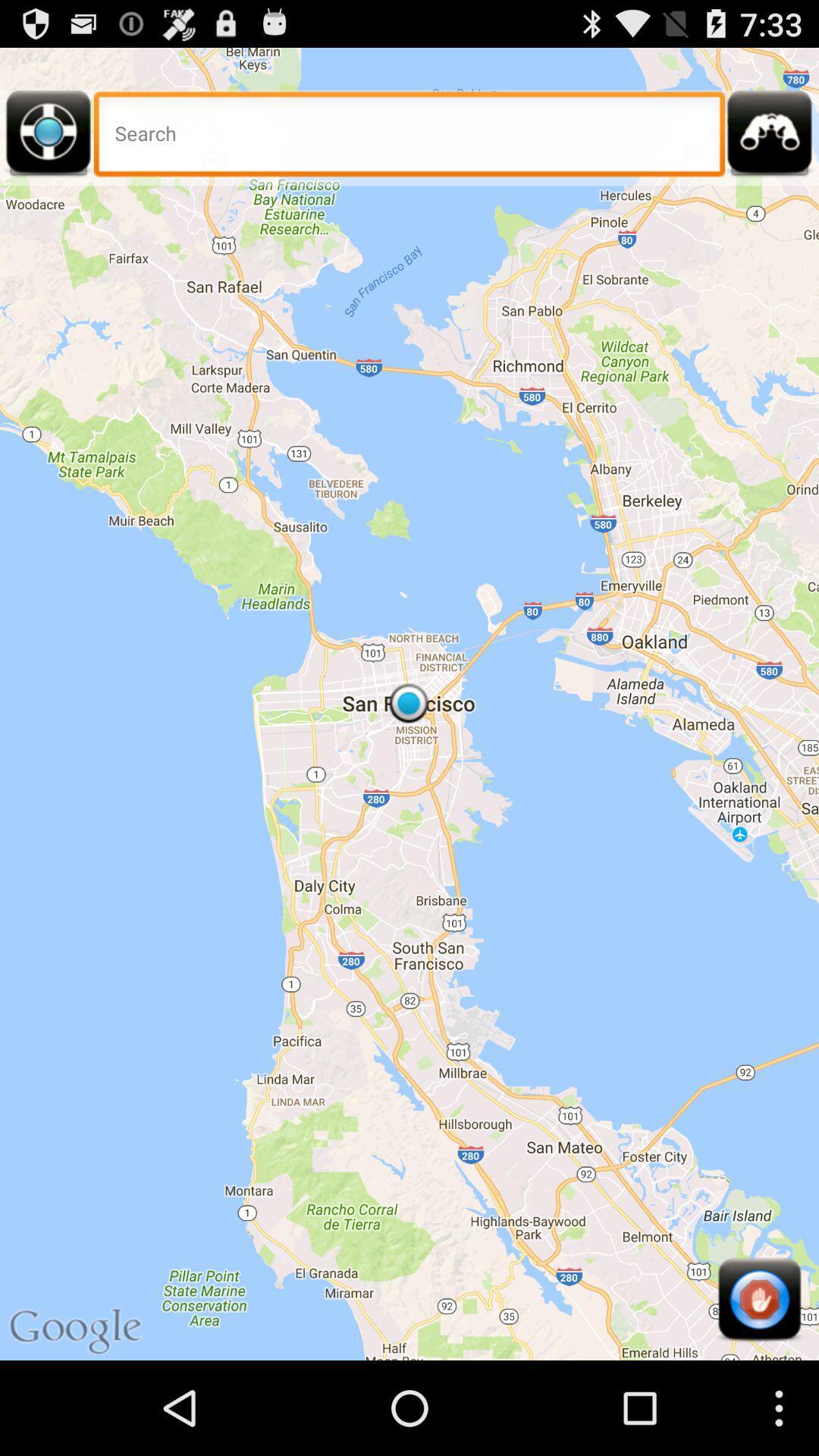 This screenshot has height=1456, width=819. I want to click on search location, so click(409, 138).